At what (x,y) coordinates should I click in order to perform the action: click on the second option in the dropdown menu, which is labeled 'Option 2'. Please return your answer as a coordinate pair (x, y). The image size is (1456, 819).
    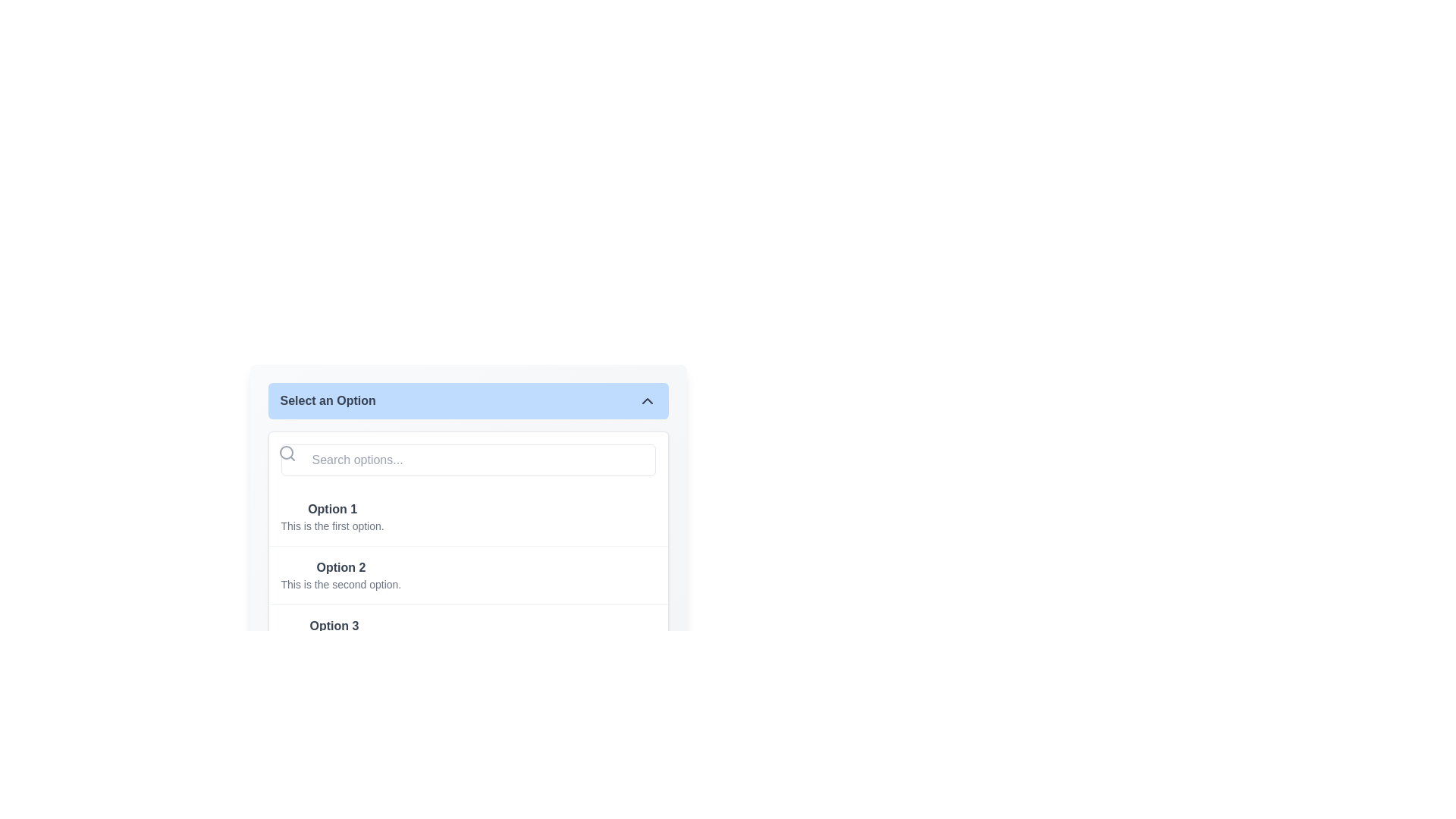
    Looking at the image, I should click on (467, 575).